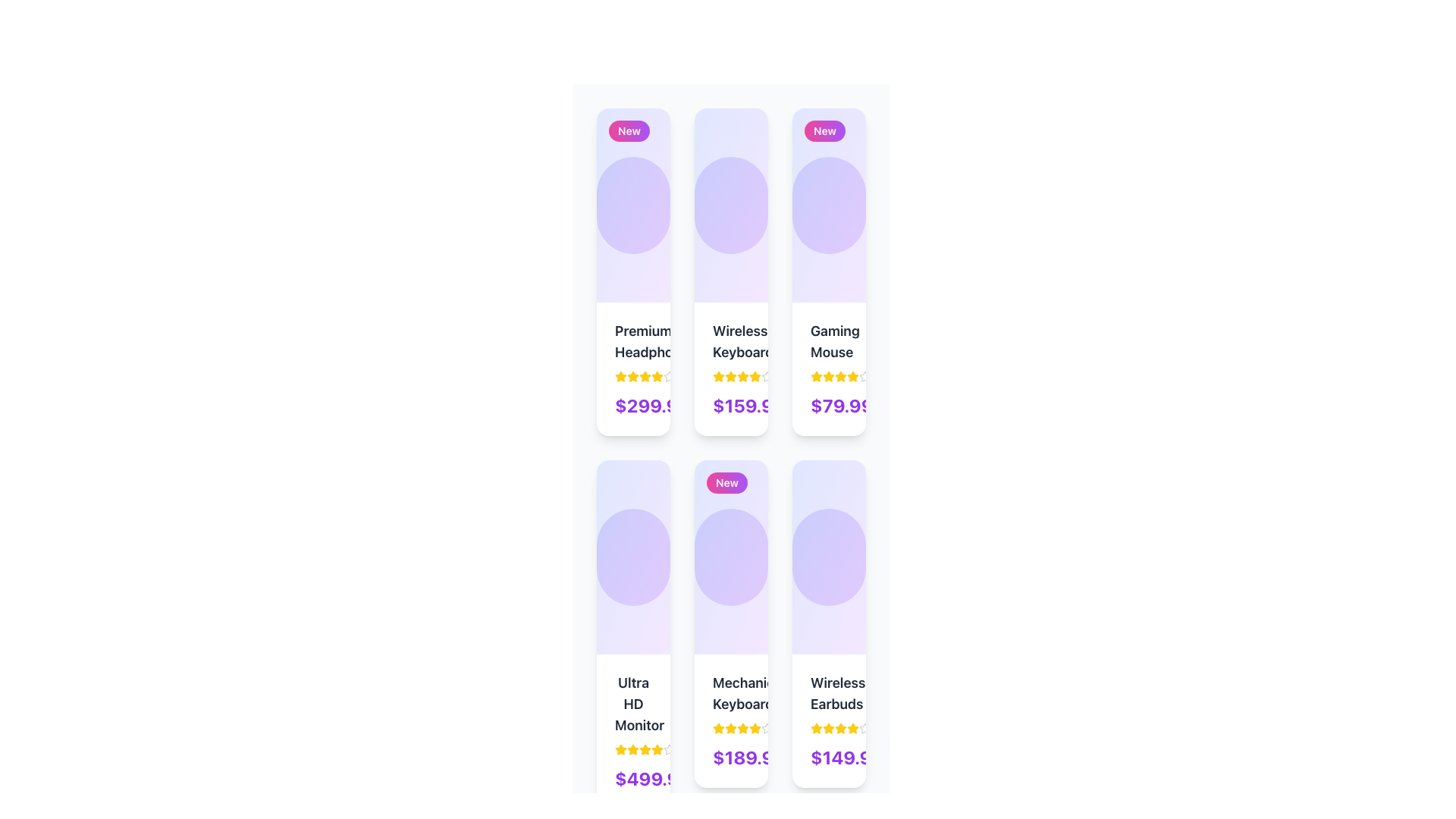  What do you see at coordinates (828, 693) in the screenshot?
I see `the title text label located in the bottom-right corner of the interface, positioned above the star ratings and price information` at bounding box center [828, 693].